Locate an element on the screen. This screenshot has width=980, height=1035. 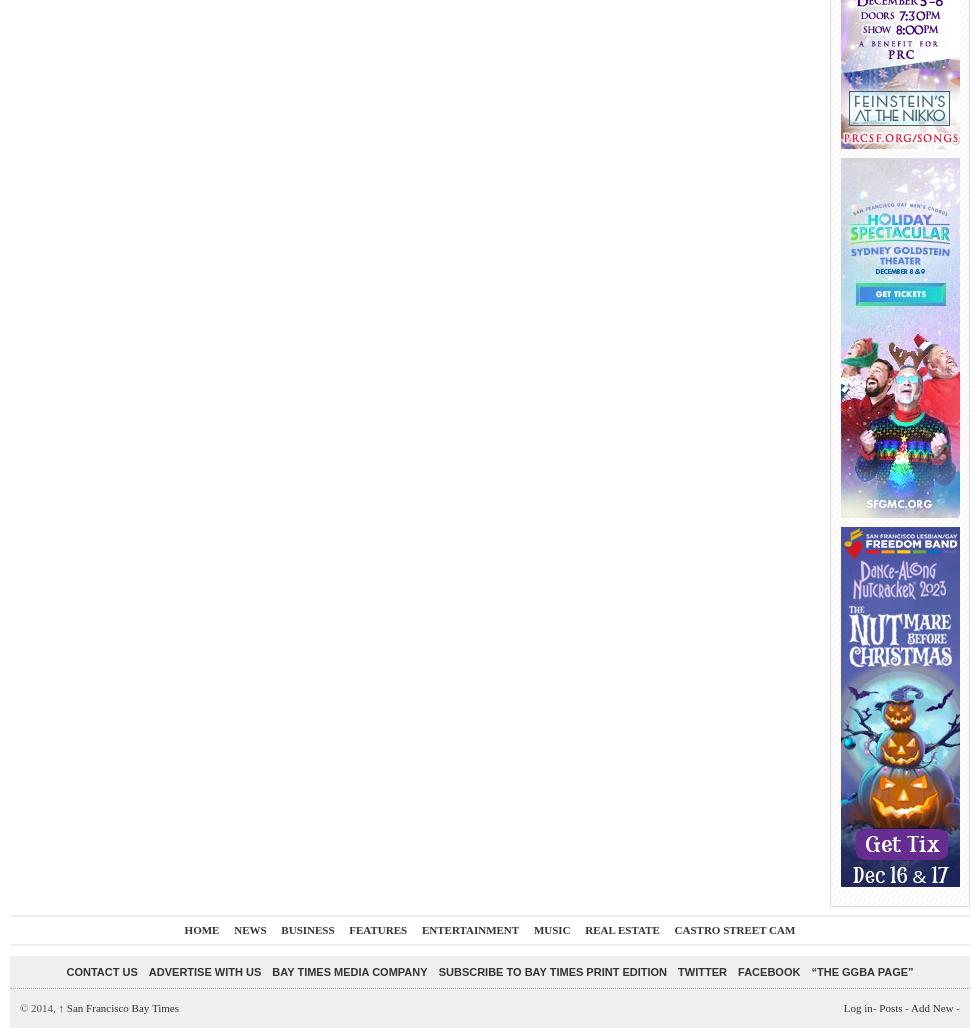
'Real Estate' is located at coordinates (584, 928).